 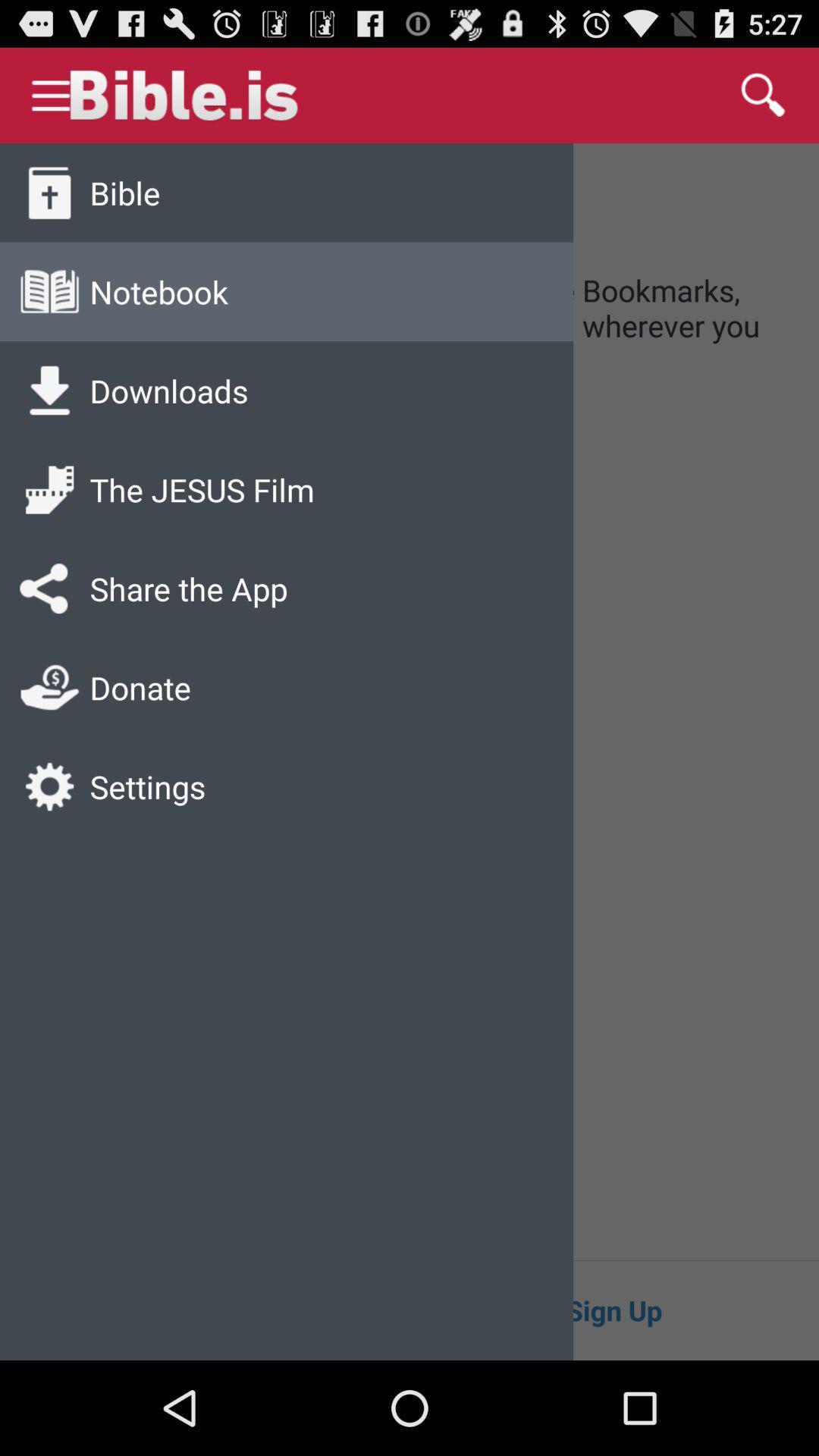 What do you see at coordinates (49, 292) in the screenshot?
I see `the icon which is beside notebook` at bounding box center [49, 292].